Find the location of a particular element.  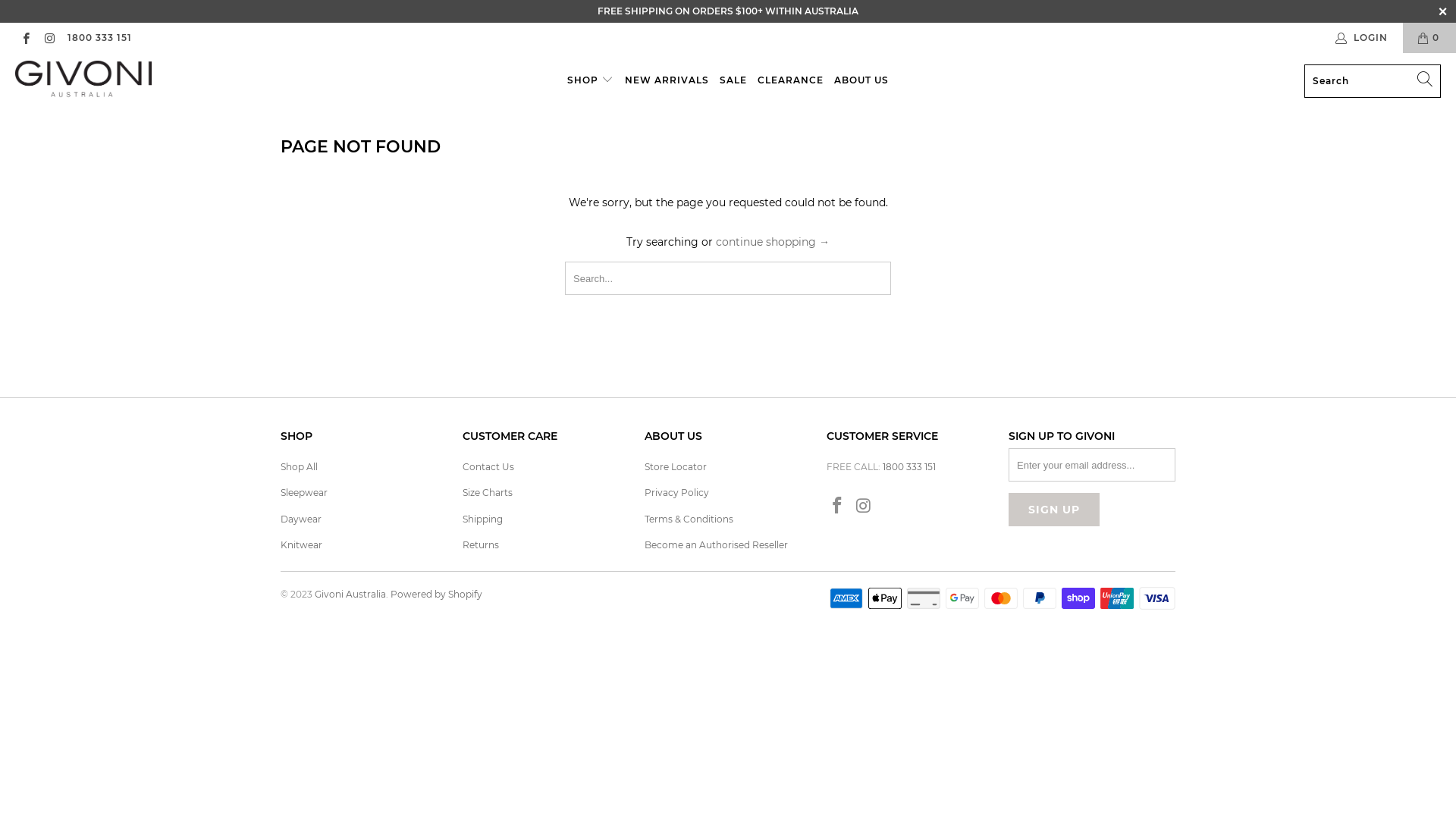

'Daywear' is located at coordinates (301, 518).